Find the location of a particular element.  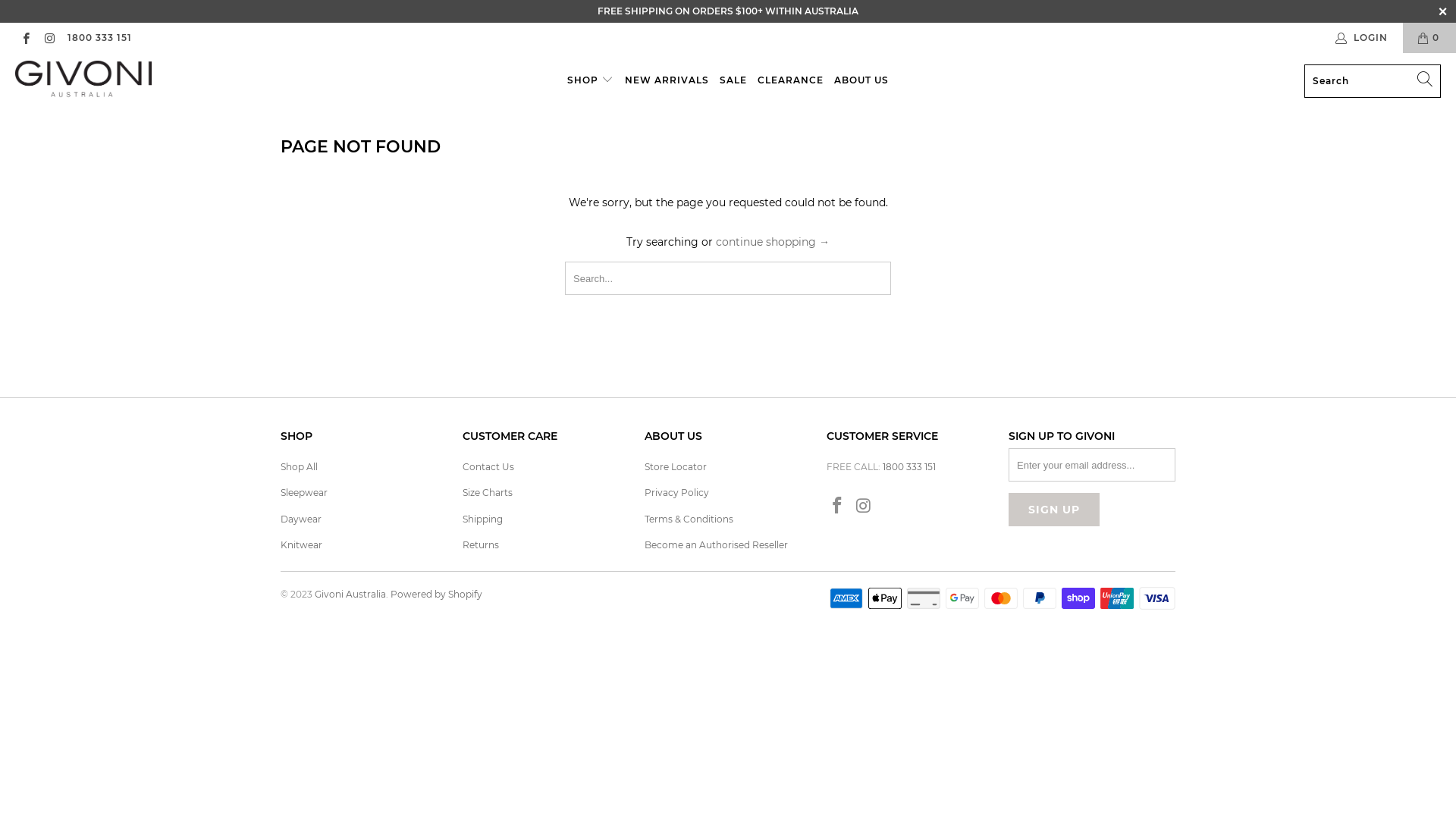

'Daywear' is located at coordinates (301, 518).